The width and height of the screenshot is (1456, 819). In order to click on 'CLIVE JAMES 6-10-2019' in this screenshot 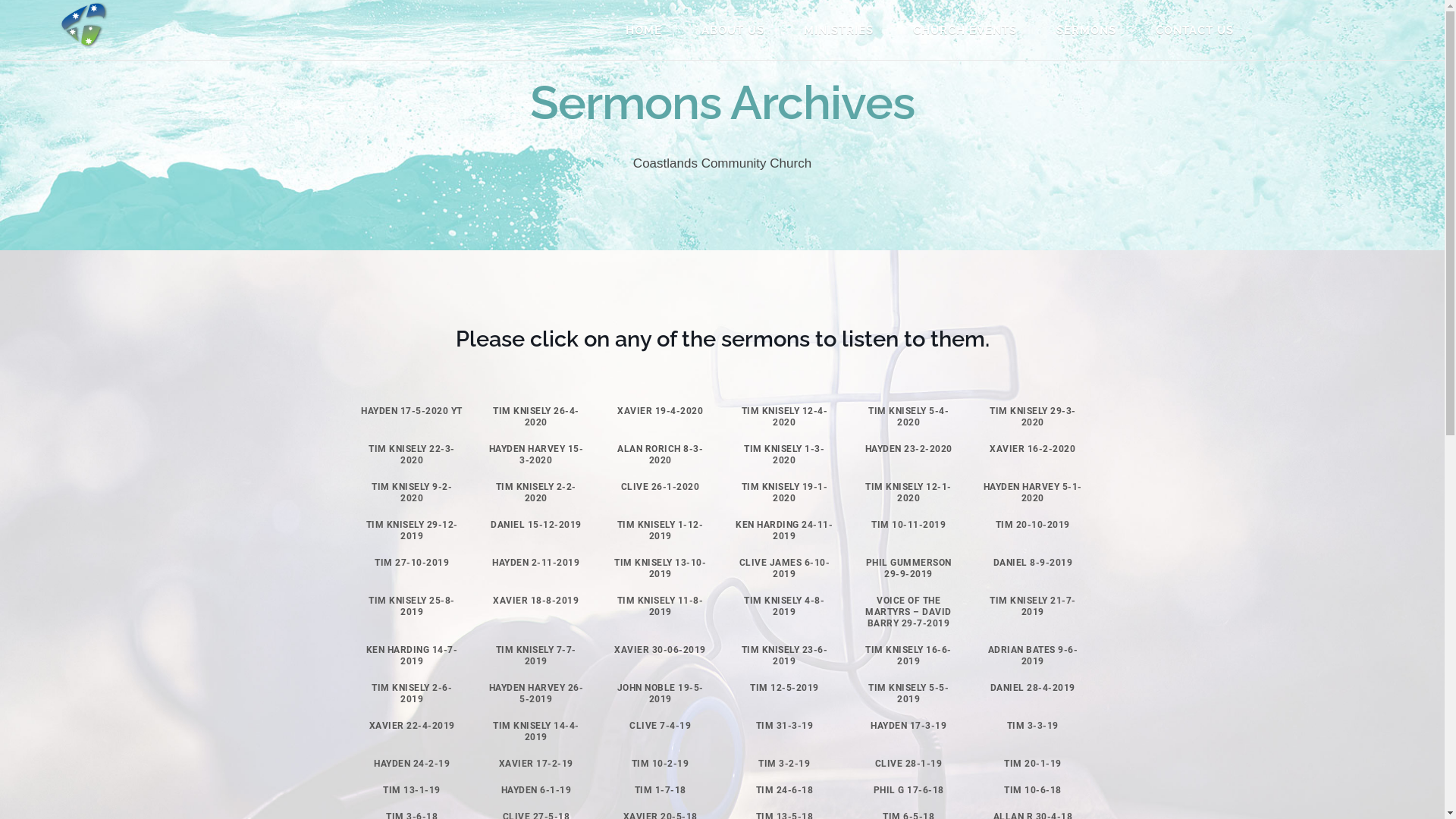, I will do `click(785, 568)`.